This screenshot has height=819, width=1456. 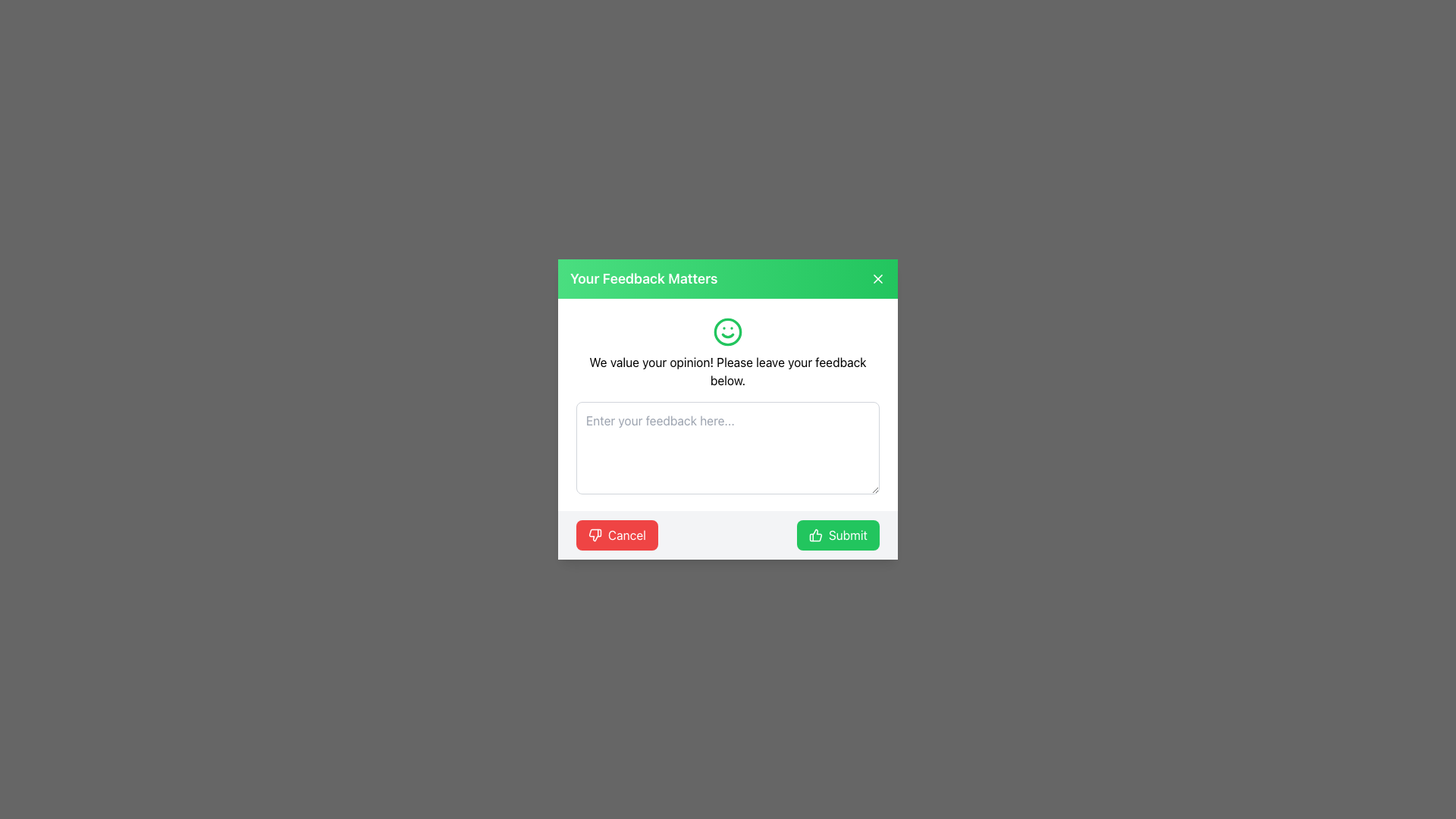 I want to click on the 'Cancel' icon, so click(x=595, y=534).